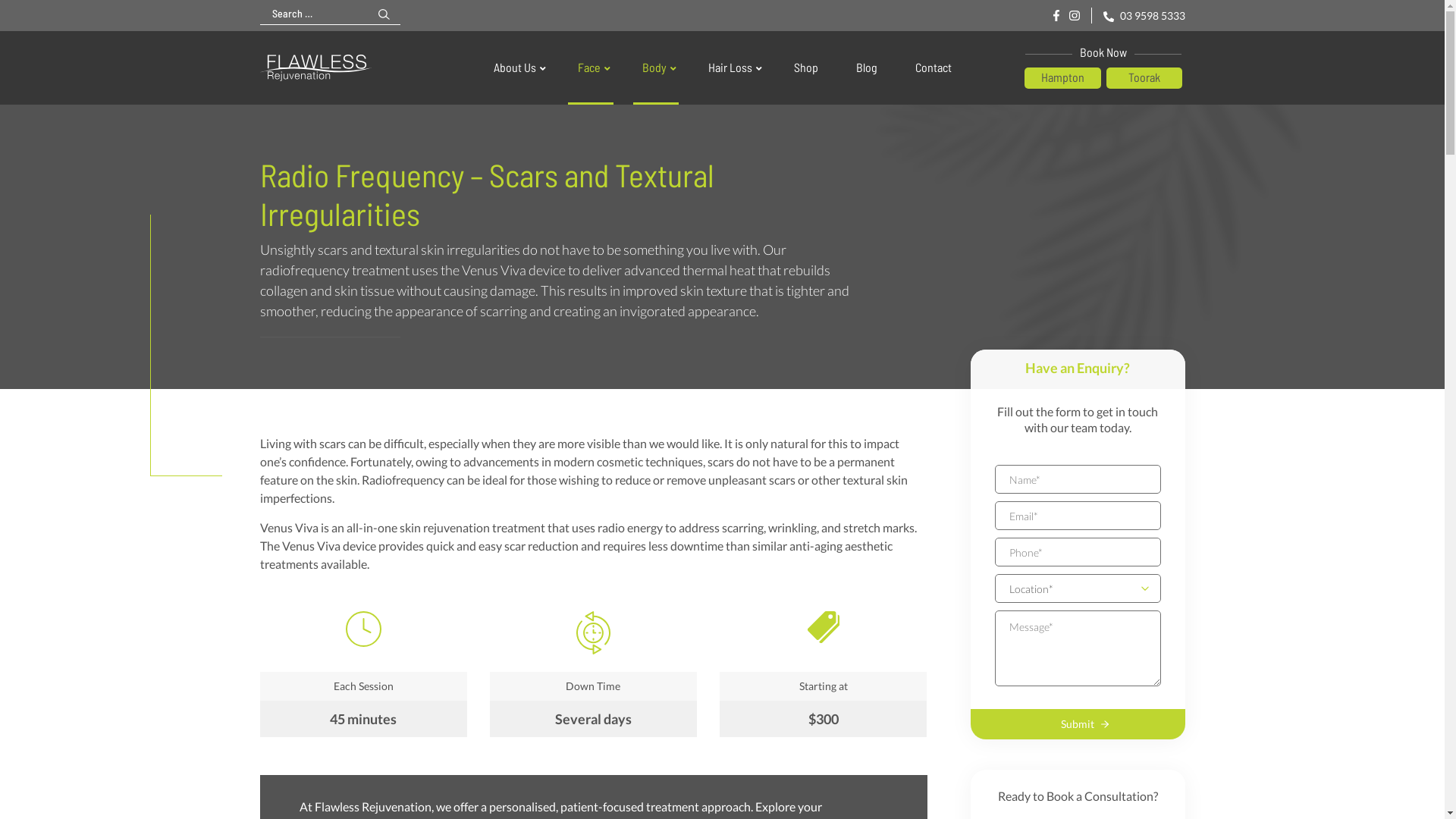  Describe the element at coordinates (655, 67) in the screenshot. I see `'Body'` at that location.